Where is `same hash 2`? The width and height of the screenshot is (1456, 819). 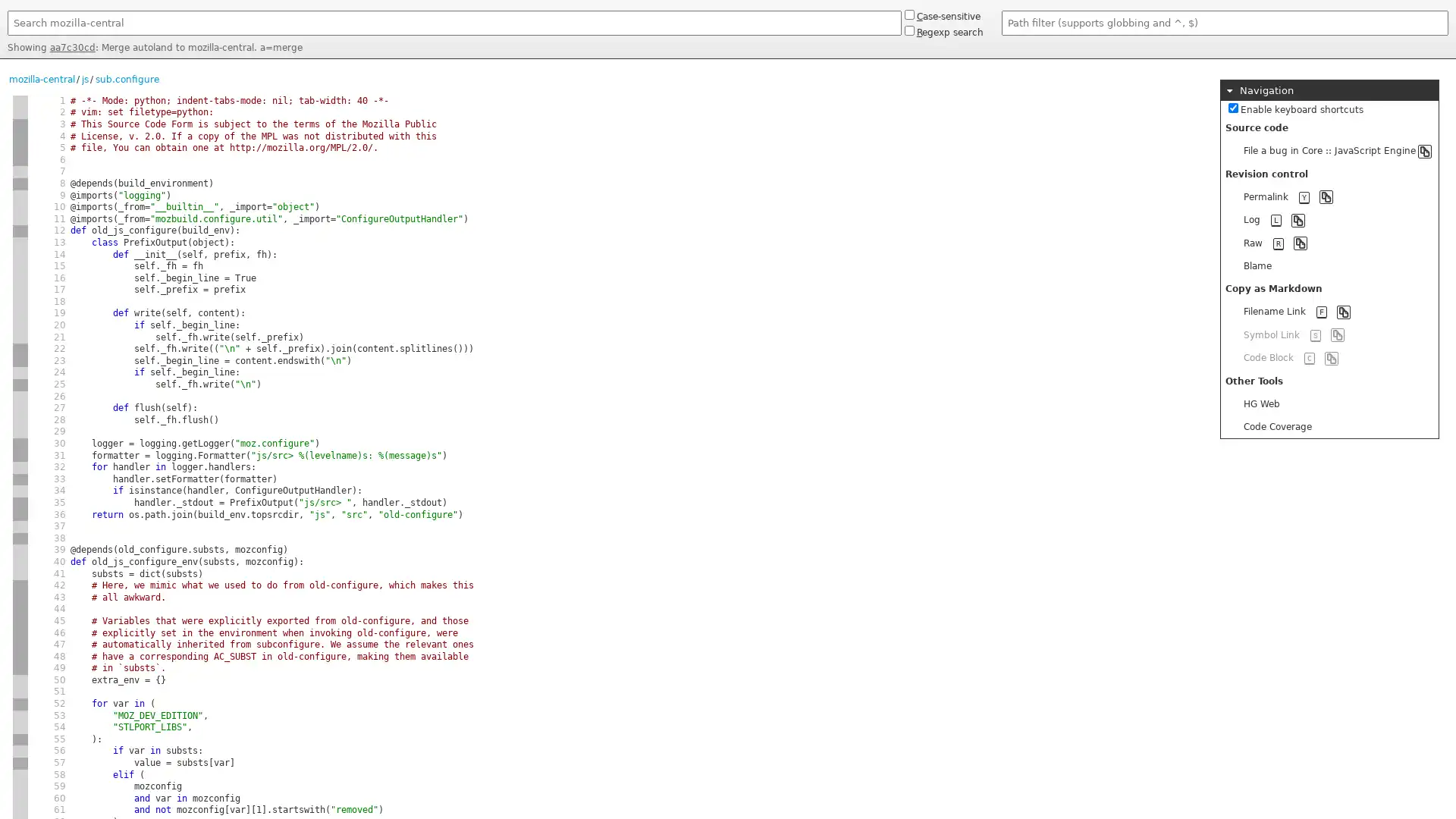
same hash 2 is located at coordinates (20, 656).